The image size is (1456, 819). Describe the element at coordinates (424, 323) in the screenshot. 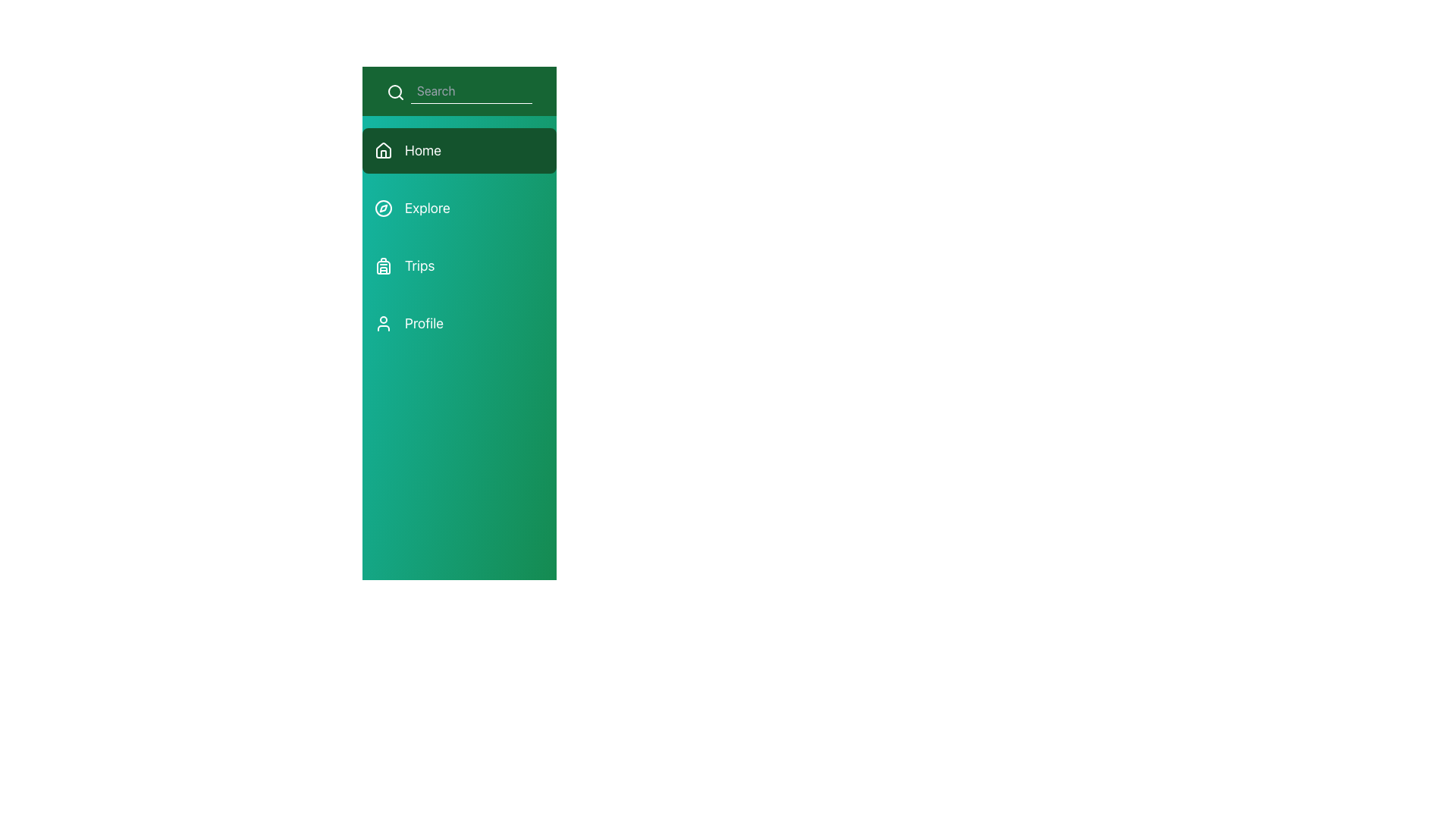

I see `the 'Profile' text label styled in white on a green gradient background, which is part of the navigation menu and associated with a user profile icon` at that location.